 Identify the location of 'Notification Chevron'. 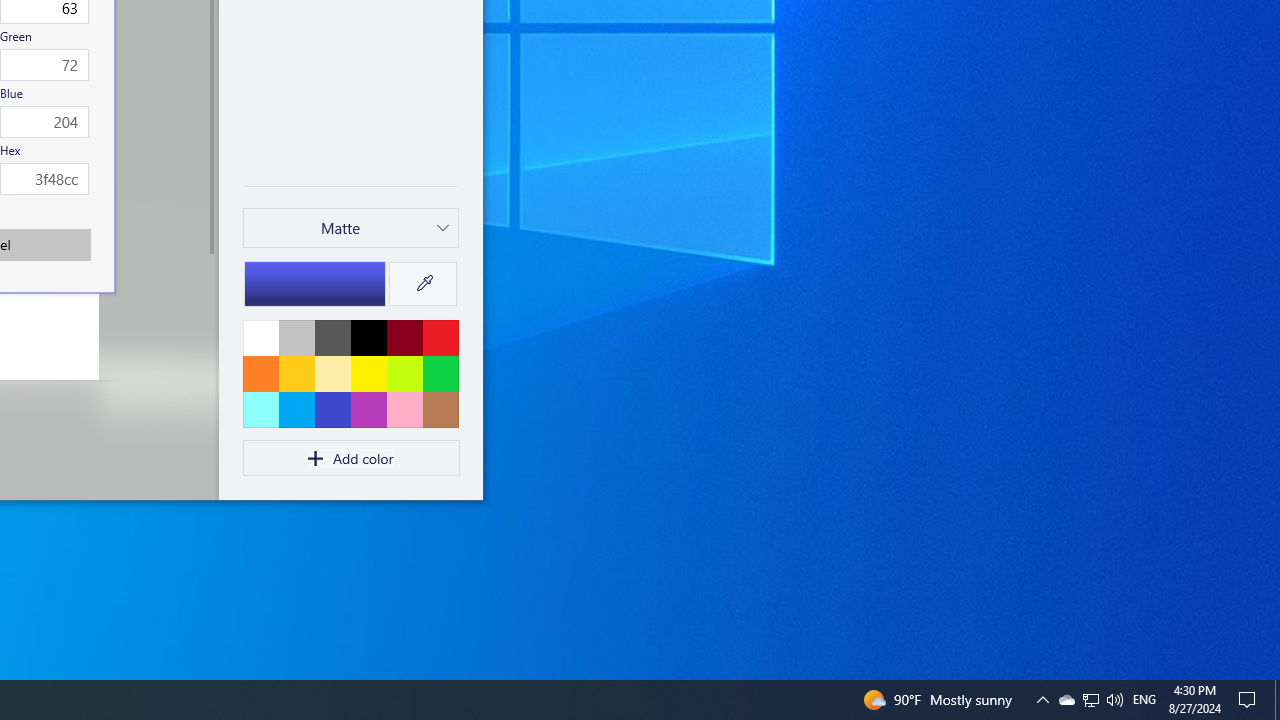
(1090, 698).